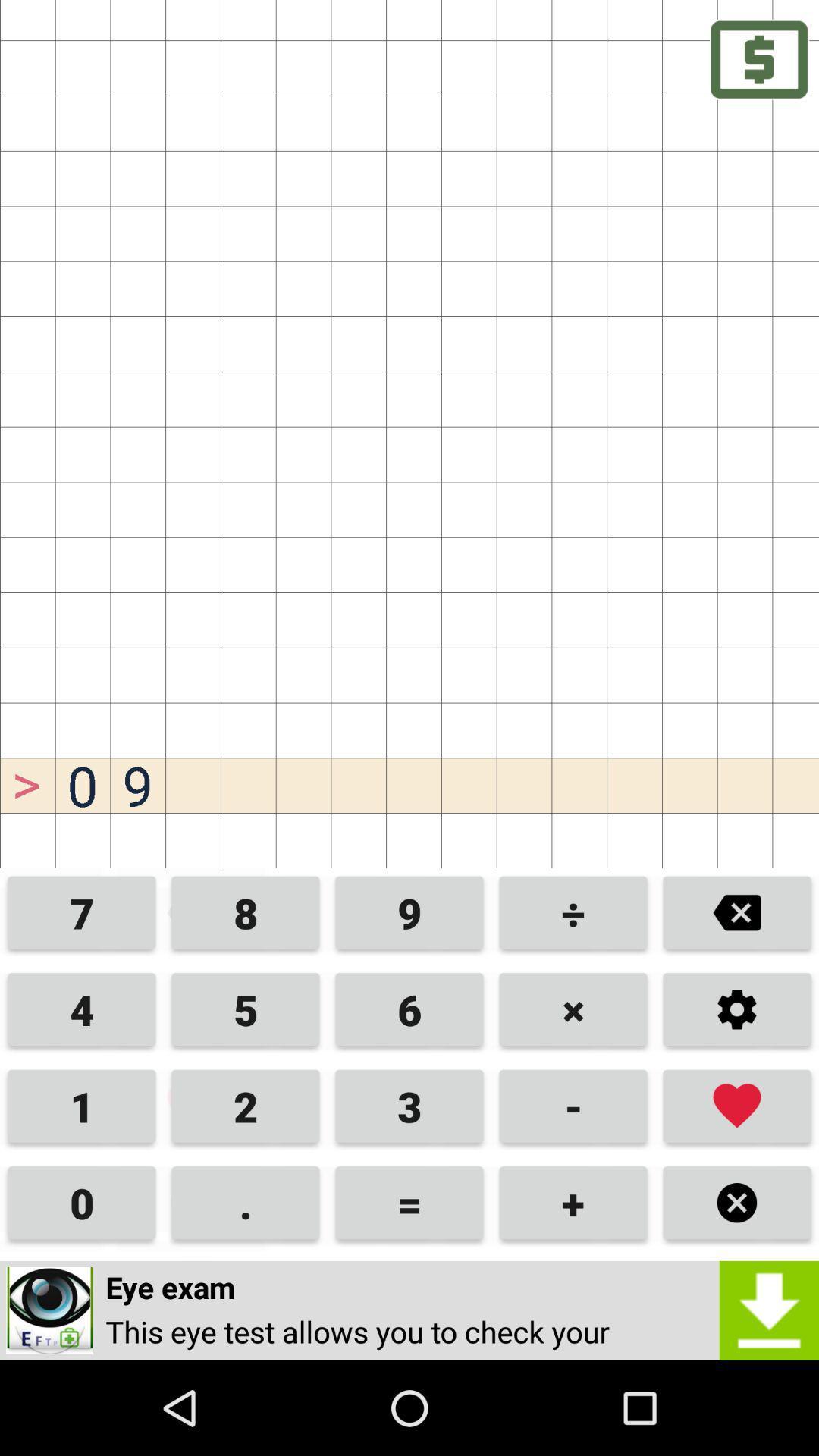 This screenshot has width=819, height=1456. What do you see at coordinates (736, 913) in the screenshot?
I see `the close icon` at bounding box center [736, 913].